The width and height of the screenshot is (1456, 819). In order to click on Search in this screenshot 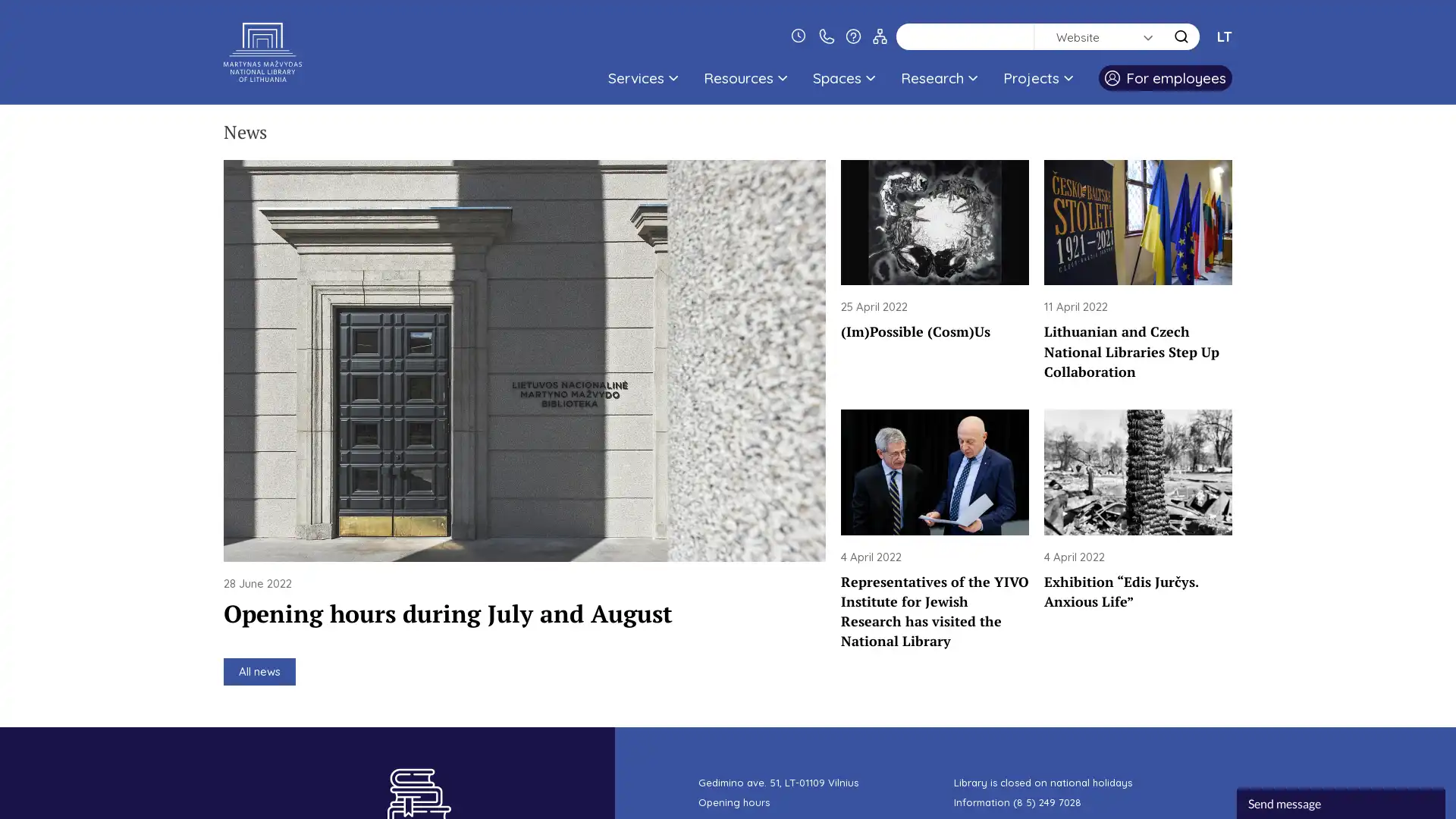, I will do `click(1181, 36)`.